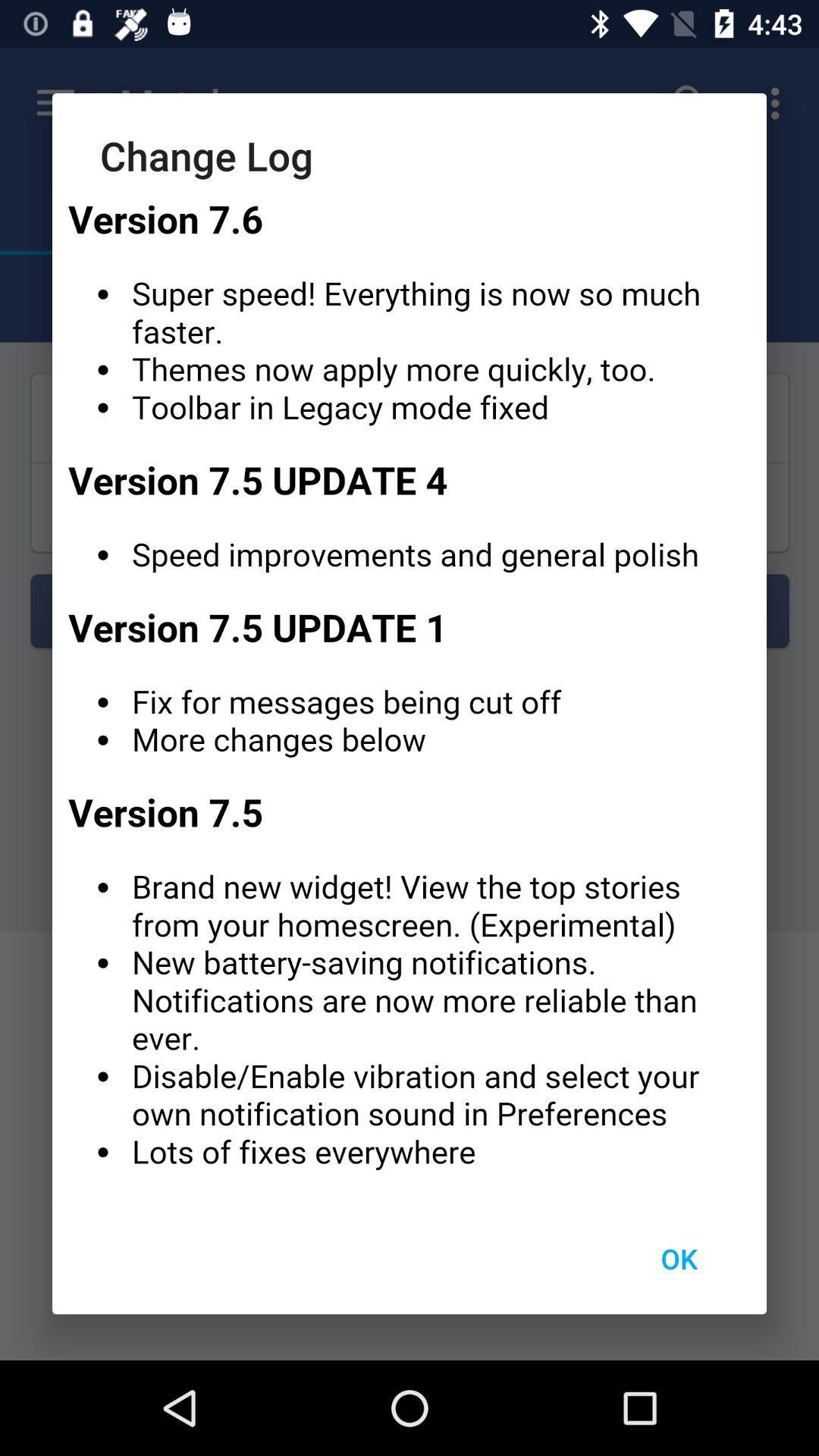 The image size is (819, 1456). Describe the element at coordinates (409, 692) in the screenshot. I see `specify one descriptive` at that location.